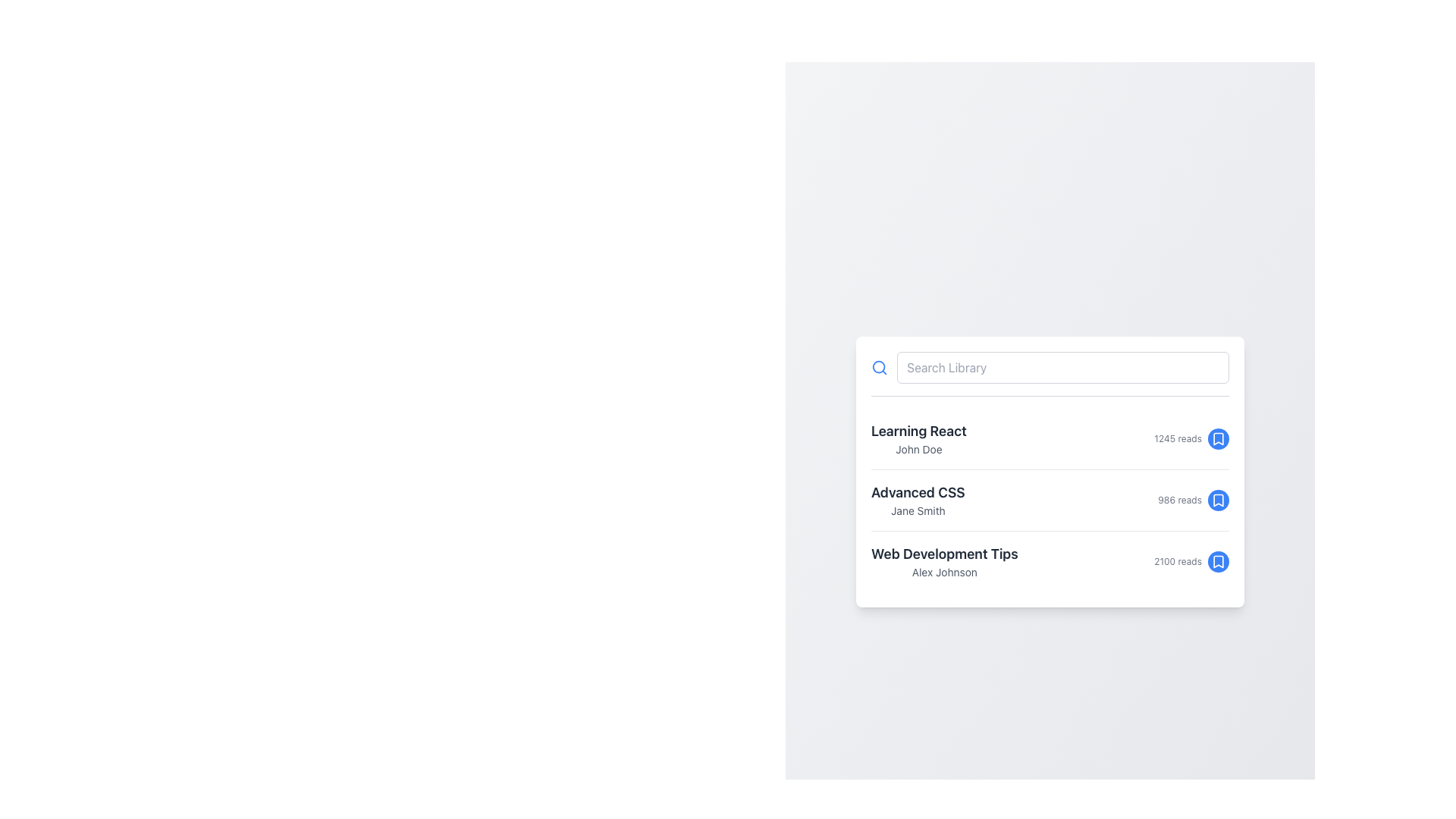 The width and height of the screenshot is (1456, 819). Describe the element at coordinates (1050, 561) in the screenshot. I see `the third list item representing a specific article with a bookmark icon for keyboard navigation` at that location.